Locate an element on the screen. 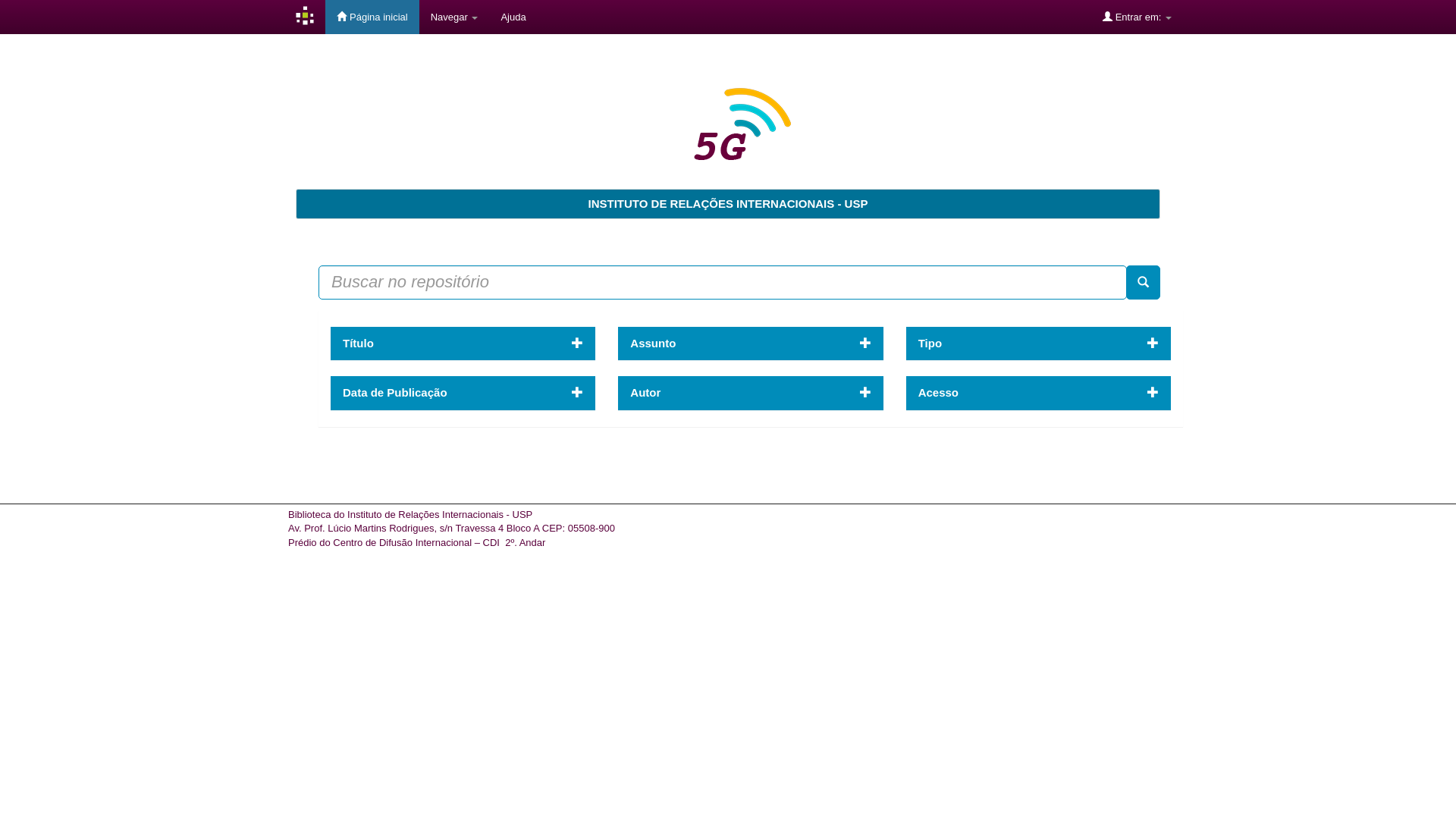  'Navegar' is located at coordinates (453, 17).